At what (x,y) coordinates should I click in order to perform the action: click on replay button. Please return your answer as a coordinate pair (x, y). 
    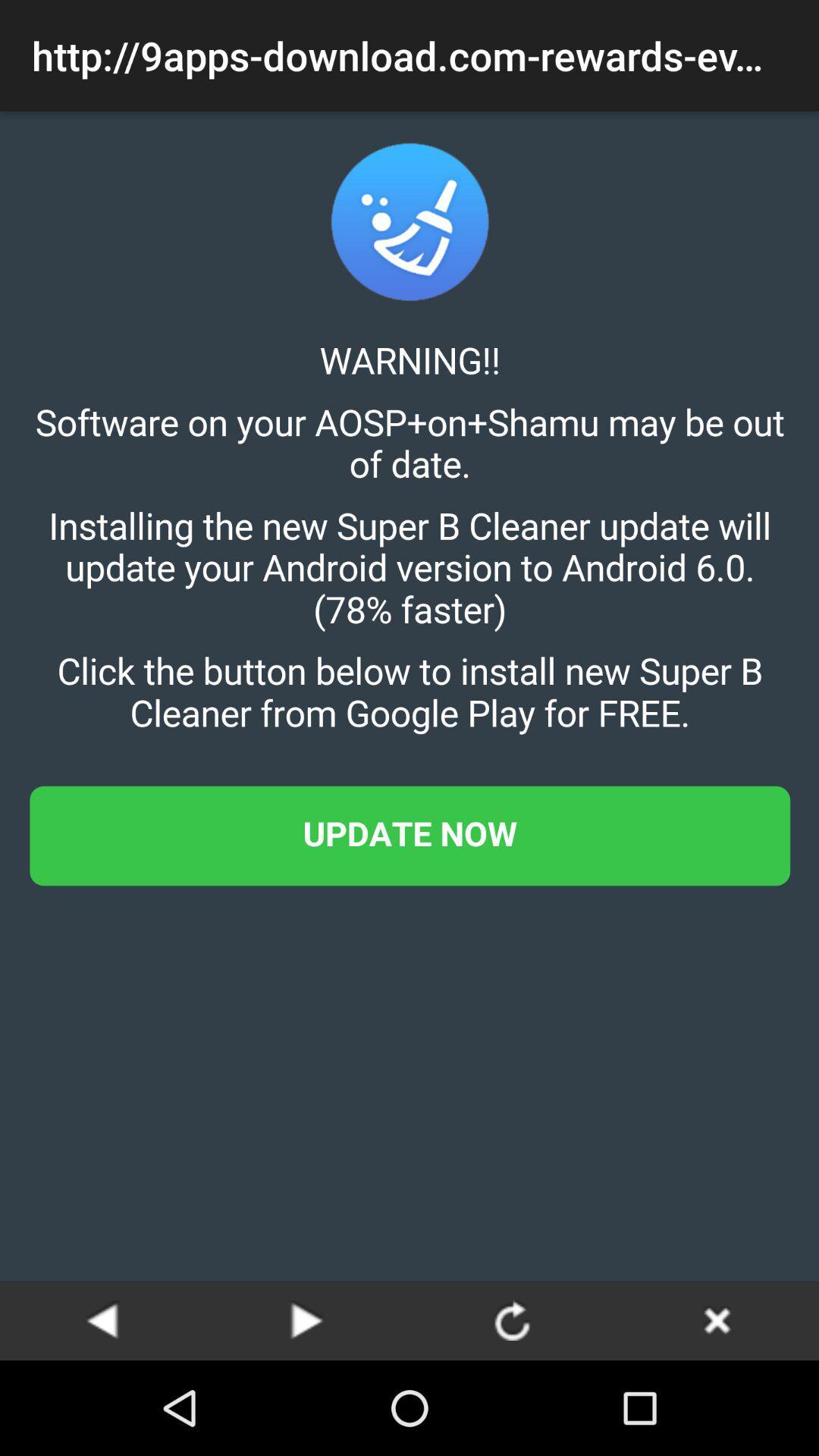
    Looking at the image, I should click on (512, 1319).